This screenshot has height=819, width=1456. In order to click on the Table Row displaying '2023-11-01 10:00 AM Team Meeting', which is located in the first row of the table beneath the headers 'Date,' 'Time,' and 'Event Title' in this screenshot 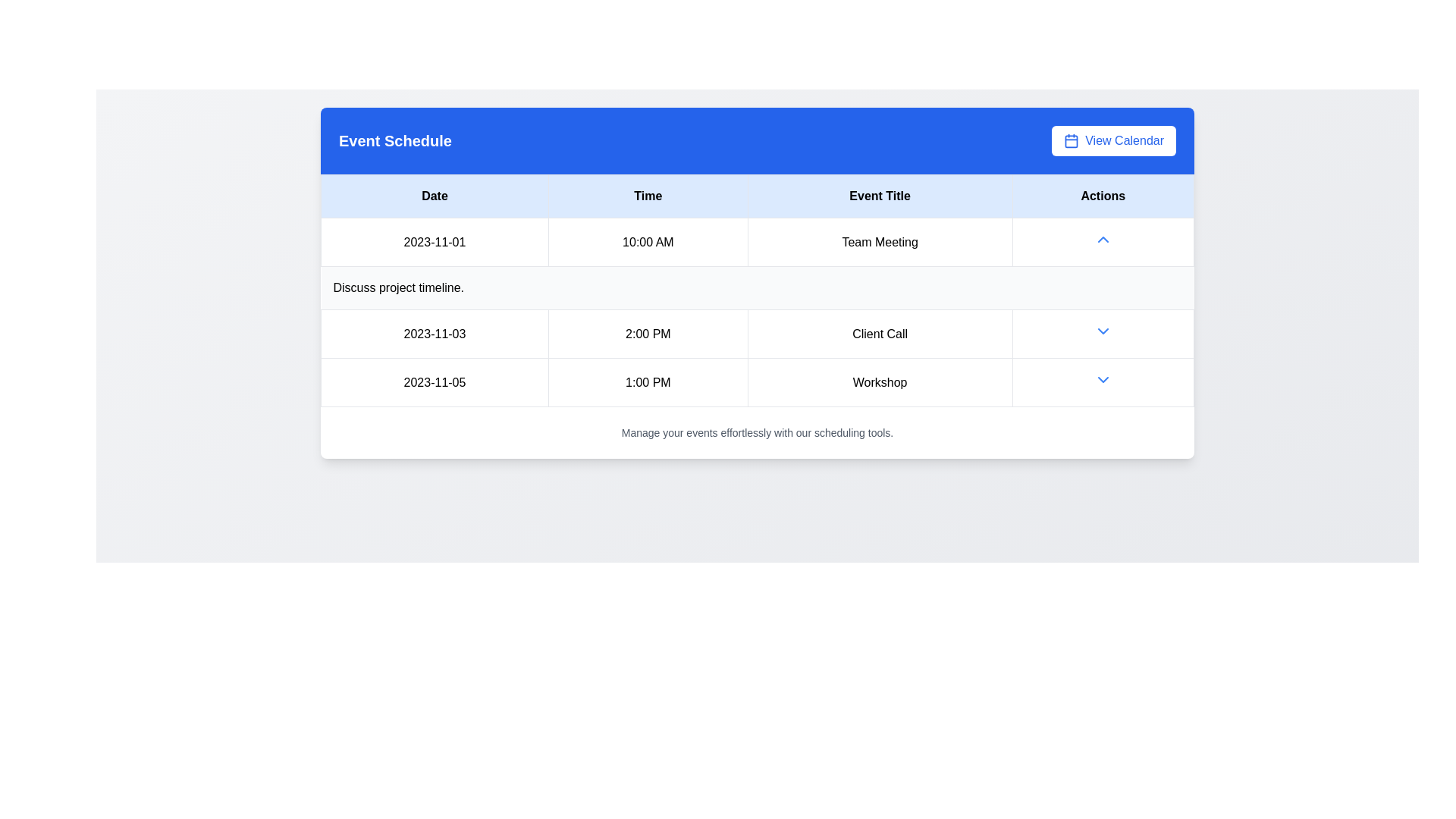, I will do `click(757, 241)`.